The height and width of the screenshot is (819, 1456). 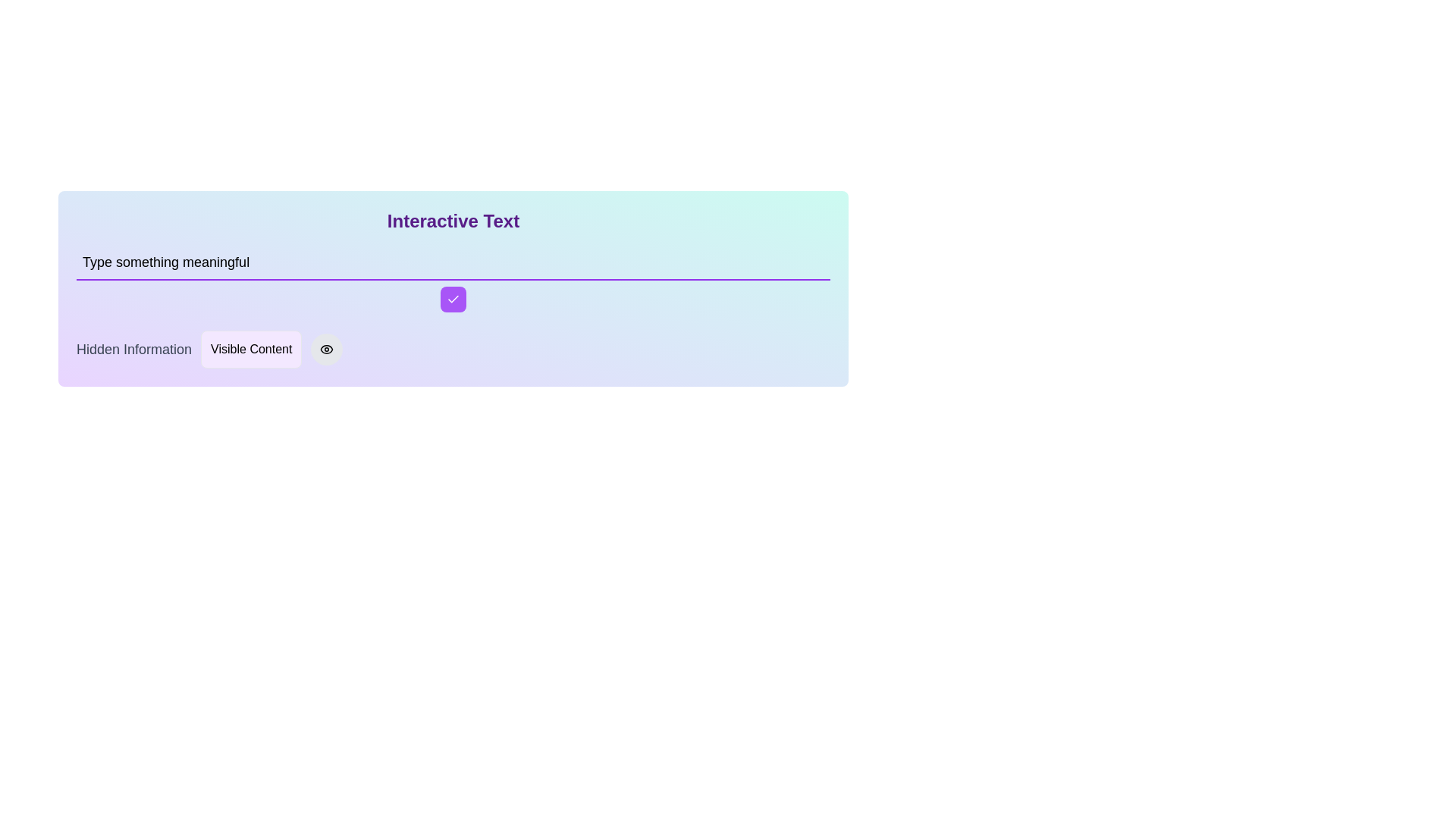 What do you see at coordinates (453, 299) in the screenshot?
I see `the purple button with a white checkmark icon to change its appearance` at bounding box center [453, 299].